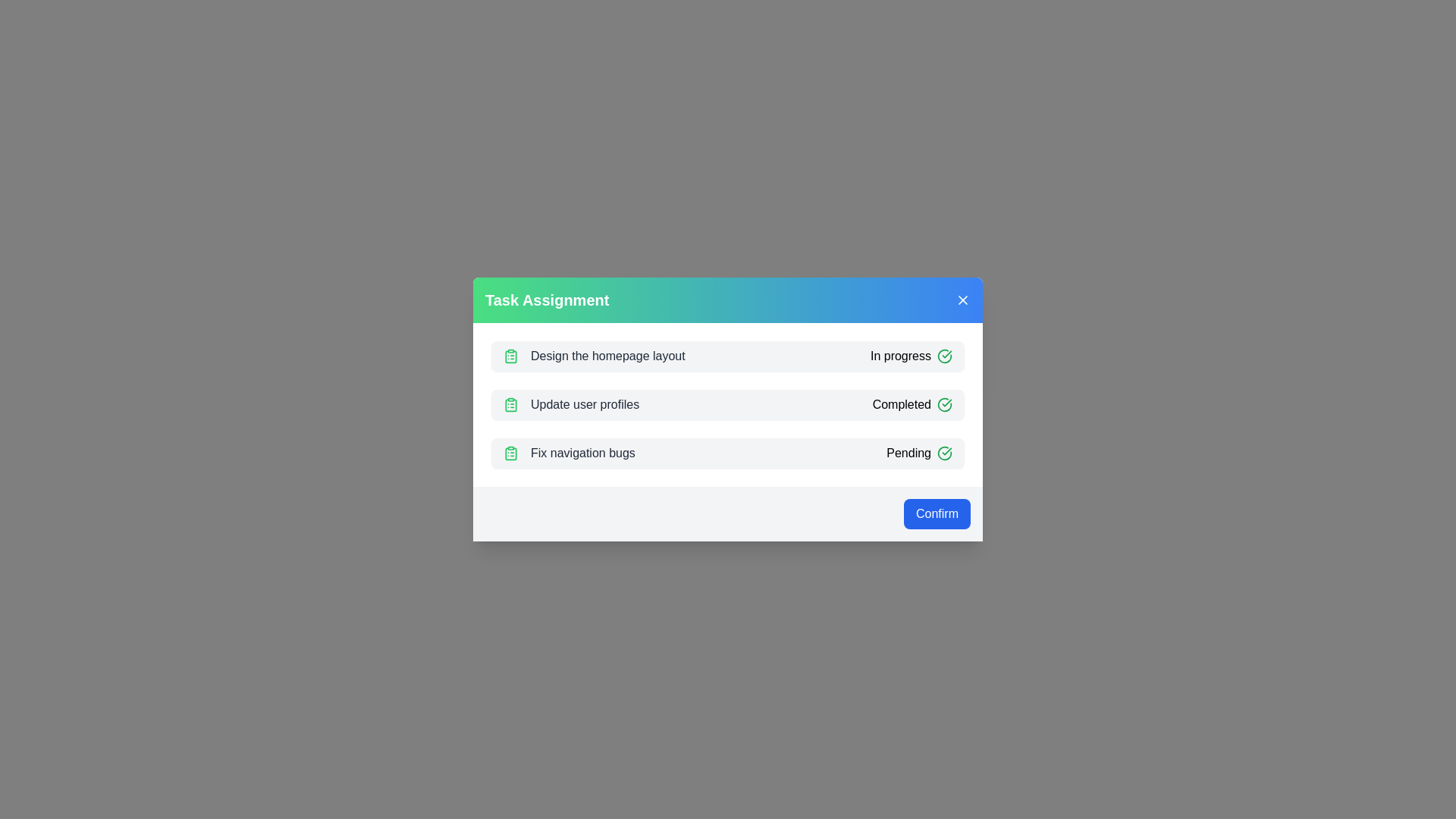 This screenshot has width=1456, height=819. I want to click on text label stating 'Design the homepage layout' located under the 'Task Assignment' header, which is styled in dark gray and is positioned in the first row of the list, so click(607, 356).